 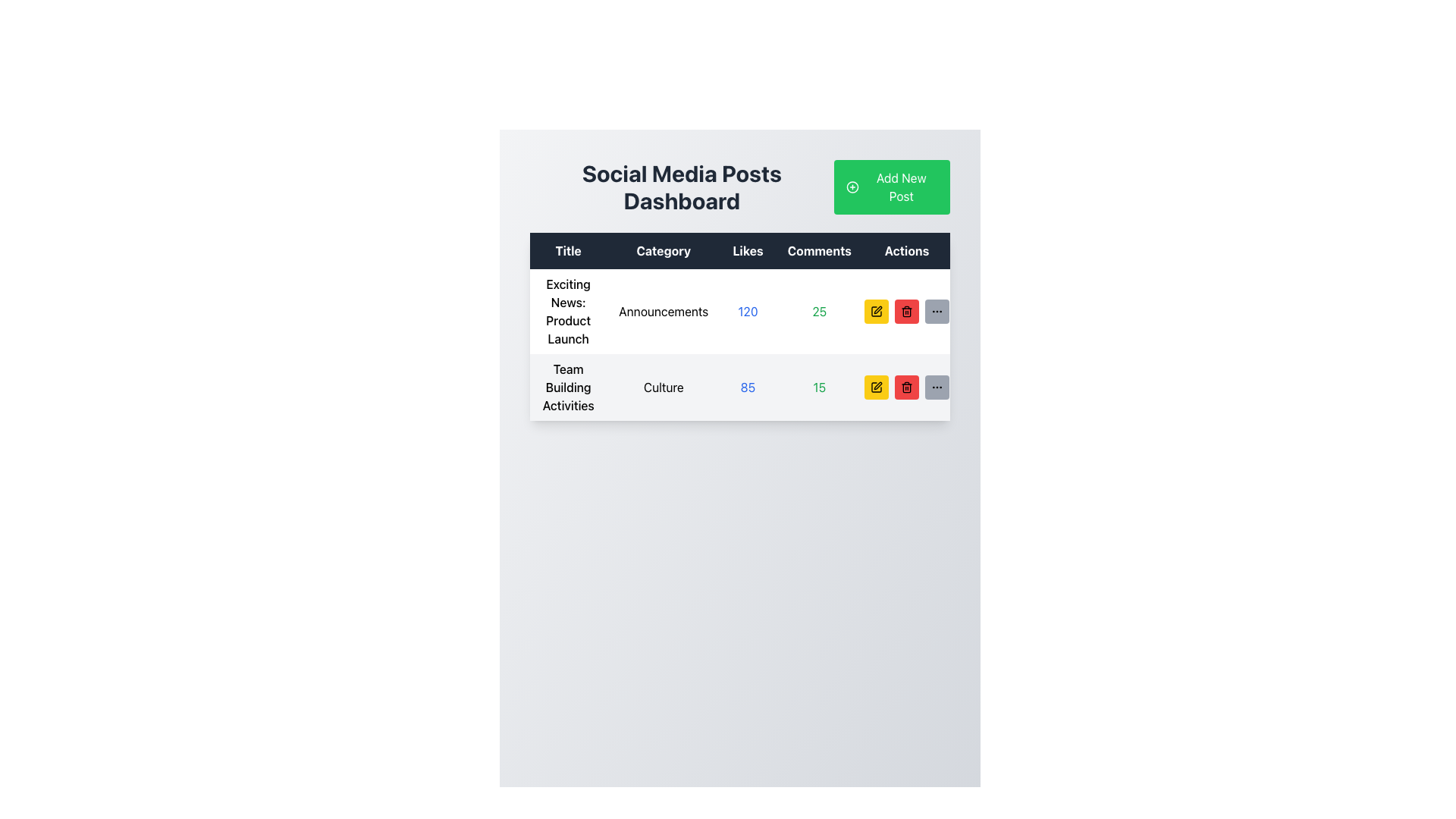 What do you see at coordinates (877, 386) in the screenshot?
I see `the leftmost shape of the 'edit' icon in the 'Actions' section that enhances the pen-like symbol, indicating editing capability` at bounding box center [877, 386].